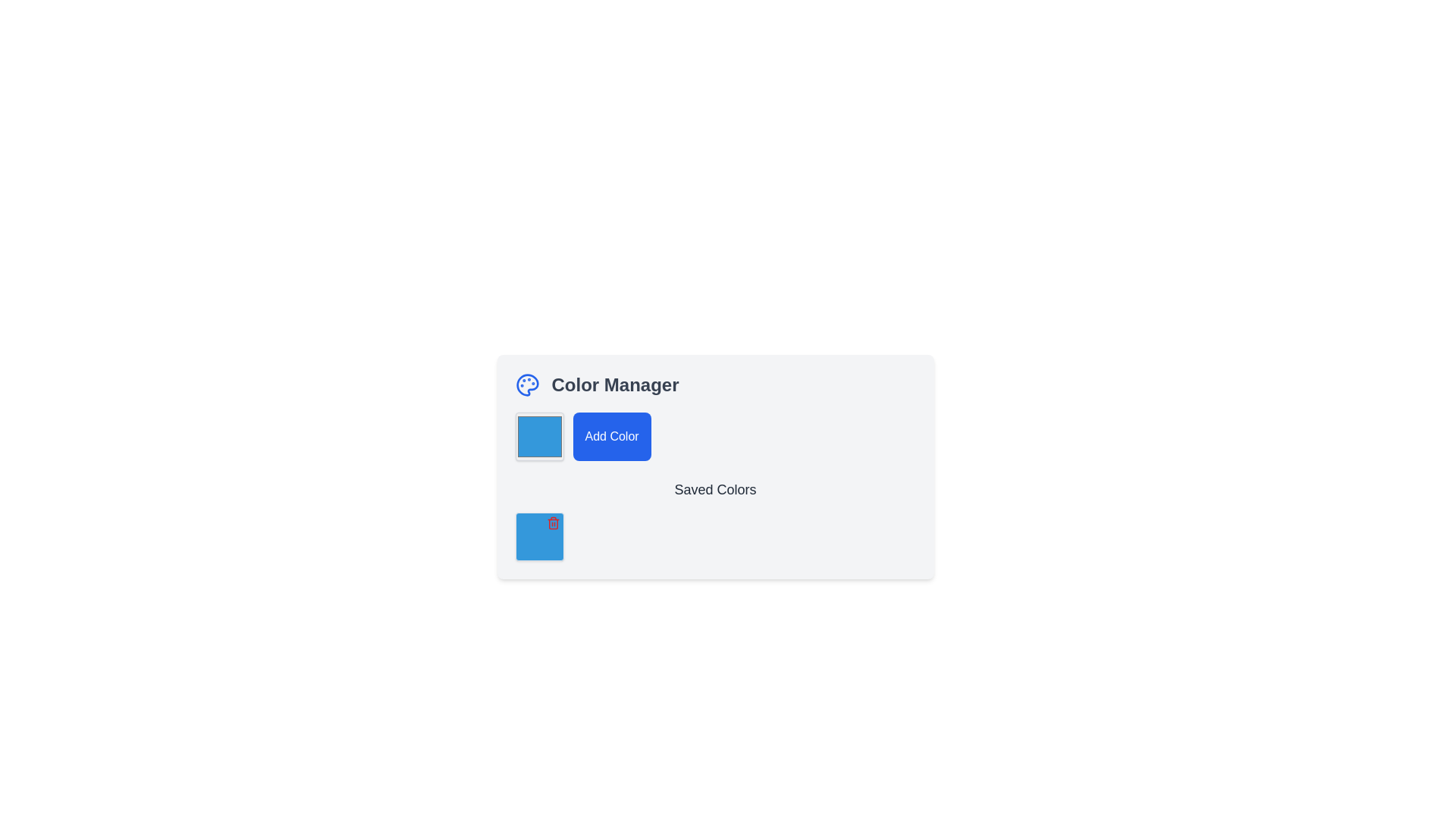  I want to click on the 'Saved Colors' text label, which is styled in a large, medium-weight gray font and positioned prominently beneath a control section, so click(714, 489).